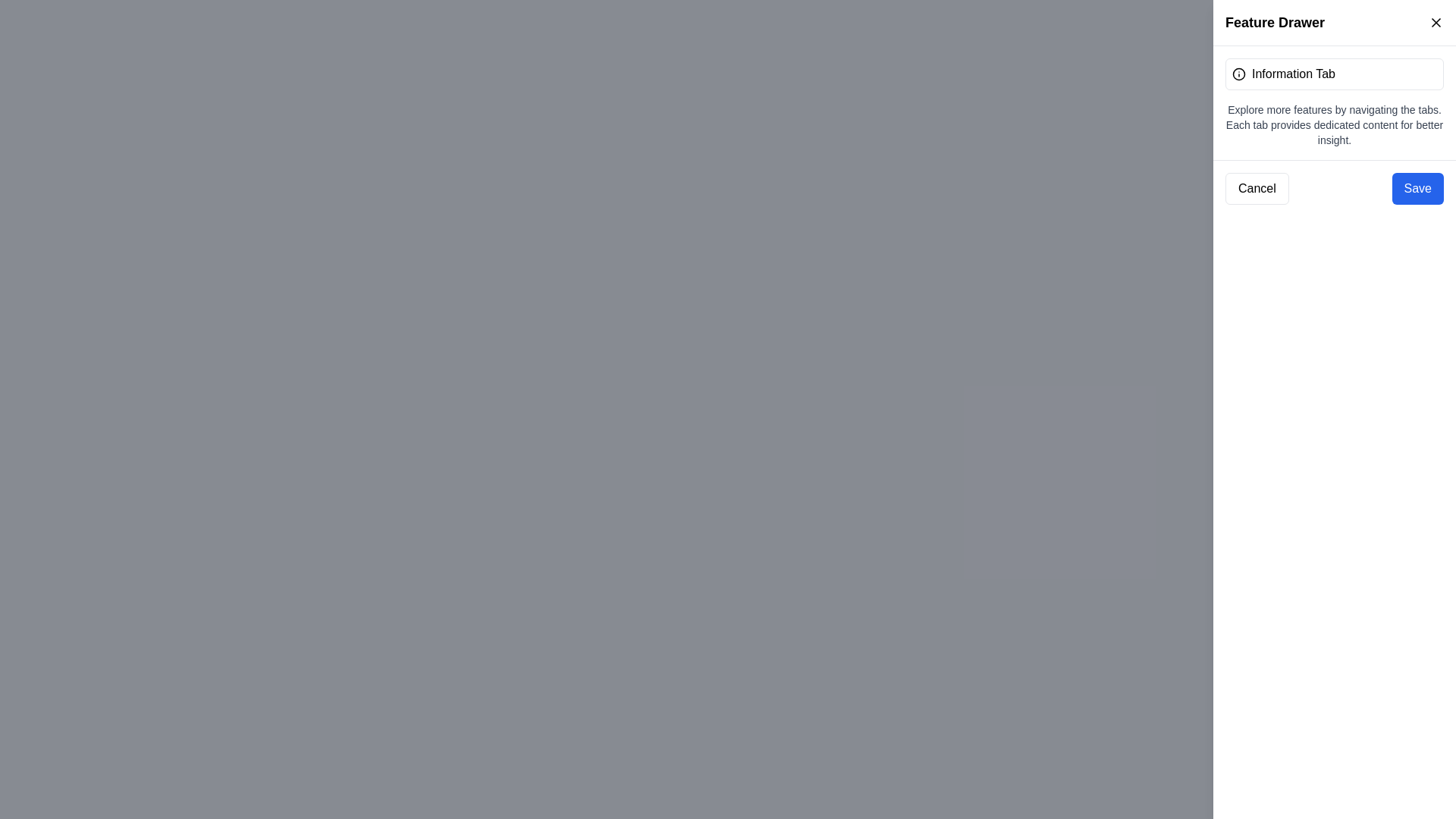 Image resolution: width=1456 pixels, height=819 pixels. What do you see at coordinates (1436, 23) in the screenshot?
I see `the close button icon located at the top-right corner of the 'Feature Drawer' panel for keyboard navigation` at bounding box center [1436, 23].